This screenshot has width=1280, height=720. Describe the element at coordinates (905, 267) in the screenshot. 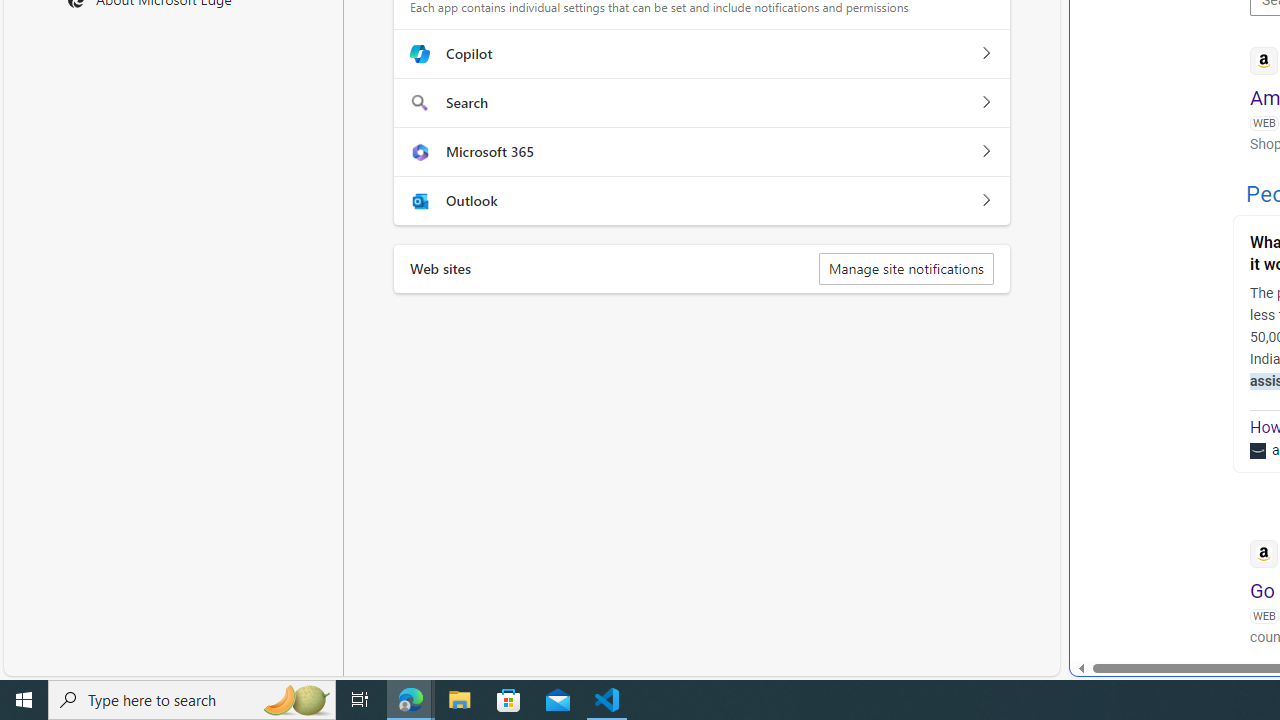

I see `'Manage site notifications'` at that location.